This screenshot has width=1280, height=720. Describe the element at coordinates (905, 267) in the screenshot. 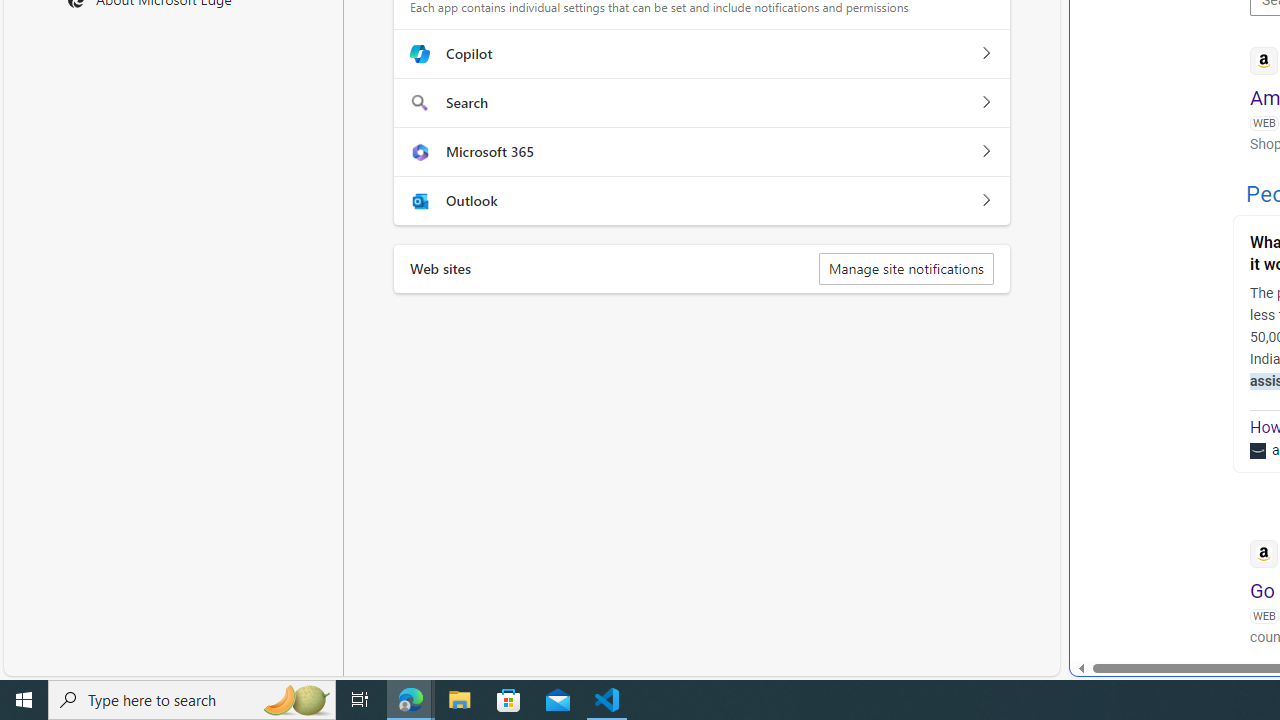

I see `'Manage site notifications'` at that location.